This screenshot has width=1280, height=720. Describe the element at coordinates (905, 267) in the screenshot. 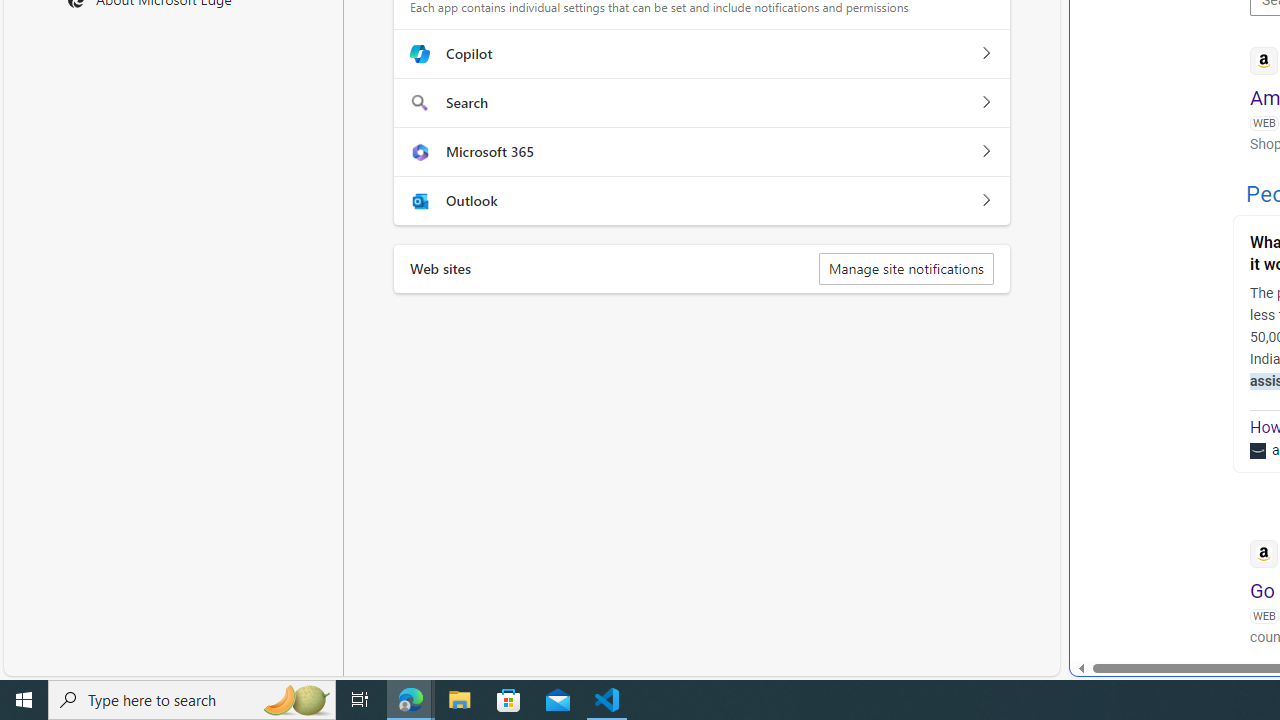

I see `'Manage site notifications'` at that location.